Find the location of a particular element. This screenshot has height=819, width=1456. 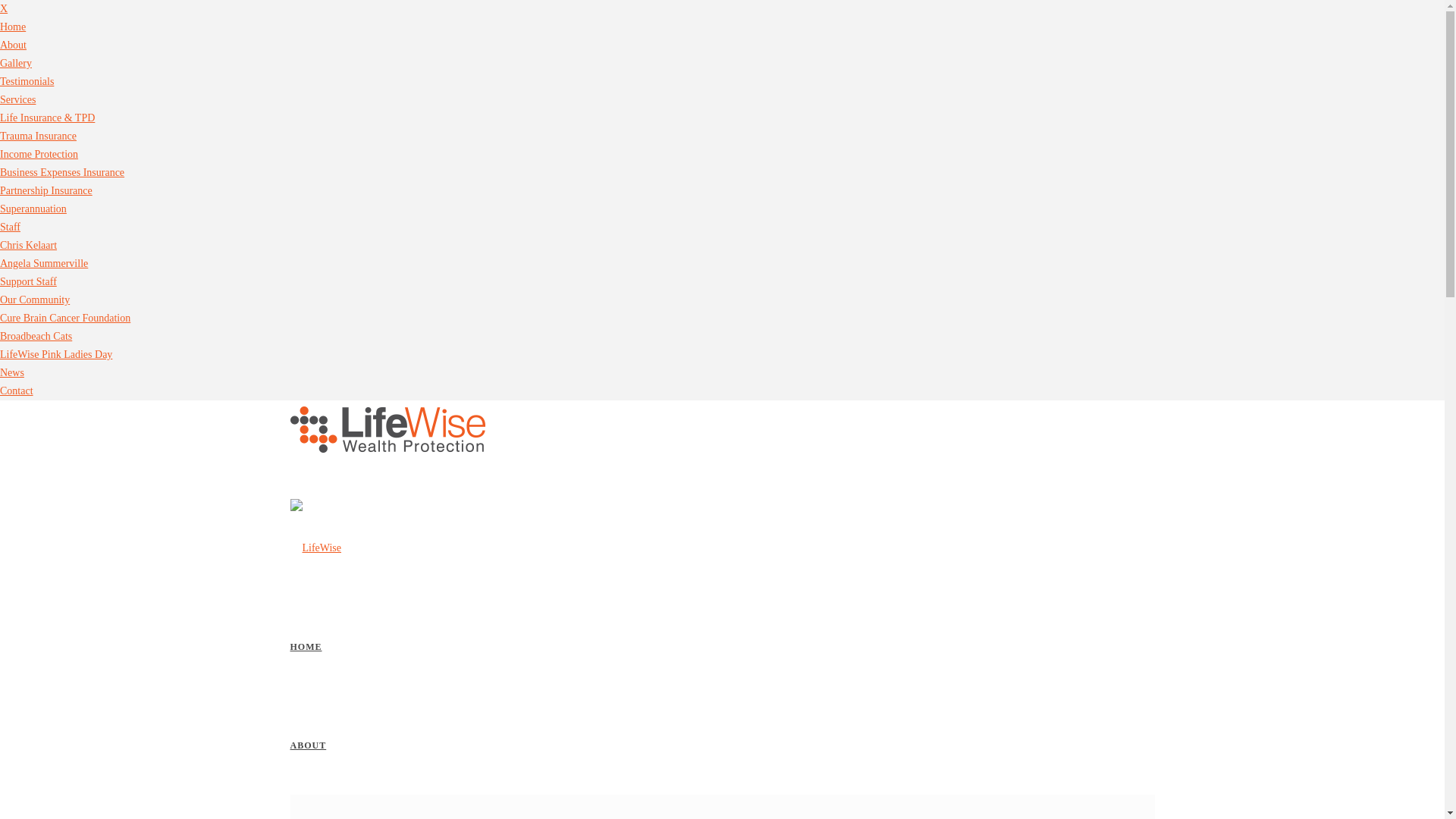

'LifeWise Pink Ladies Day' is located at coordinates (55, 354).